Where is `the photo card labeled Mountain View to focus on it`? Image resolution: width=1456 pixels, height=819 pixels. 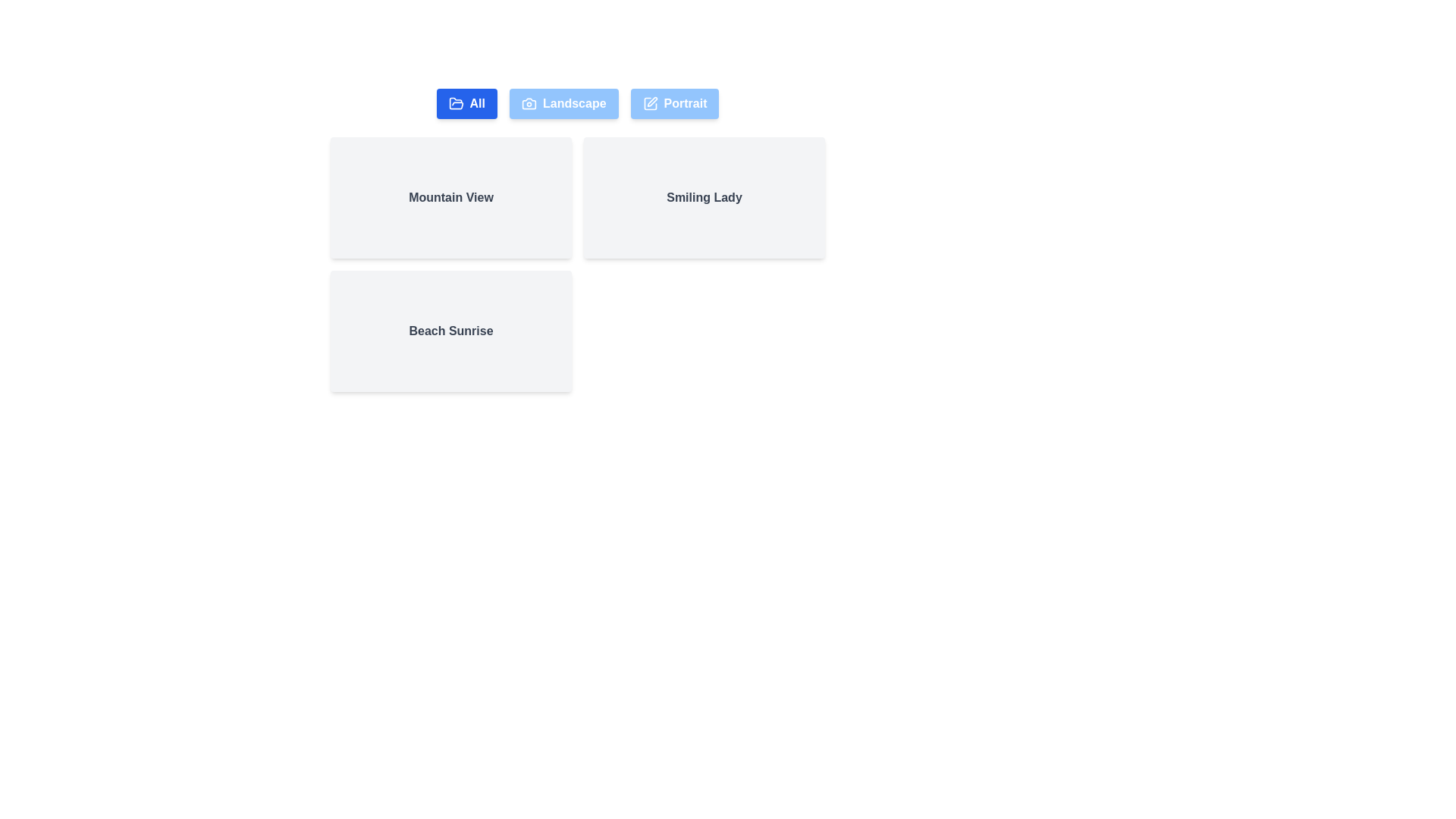 the photo card labeled Mountain View to focus on it is located at coordinates (450, 197).